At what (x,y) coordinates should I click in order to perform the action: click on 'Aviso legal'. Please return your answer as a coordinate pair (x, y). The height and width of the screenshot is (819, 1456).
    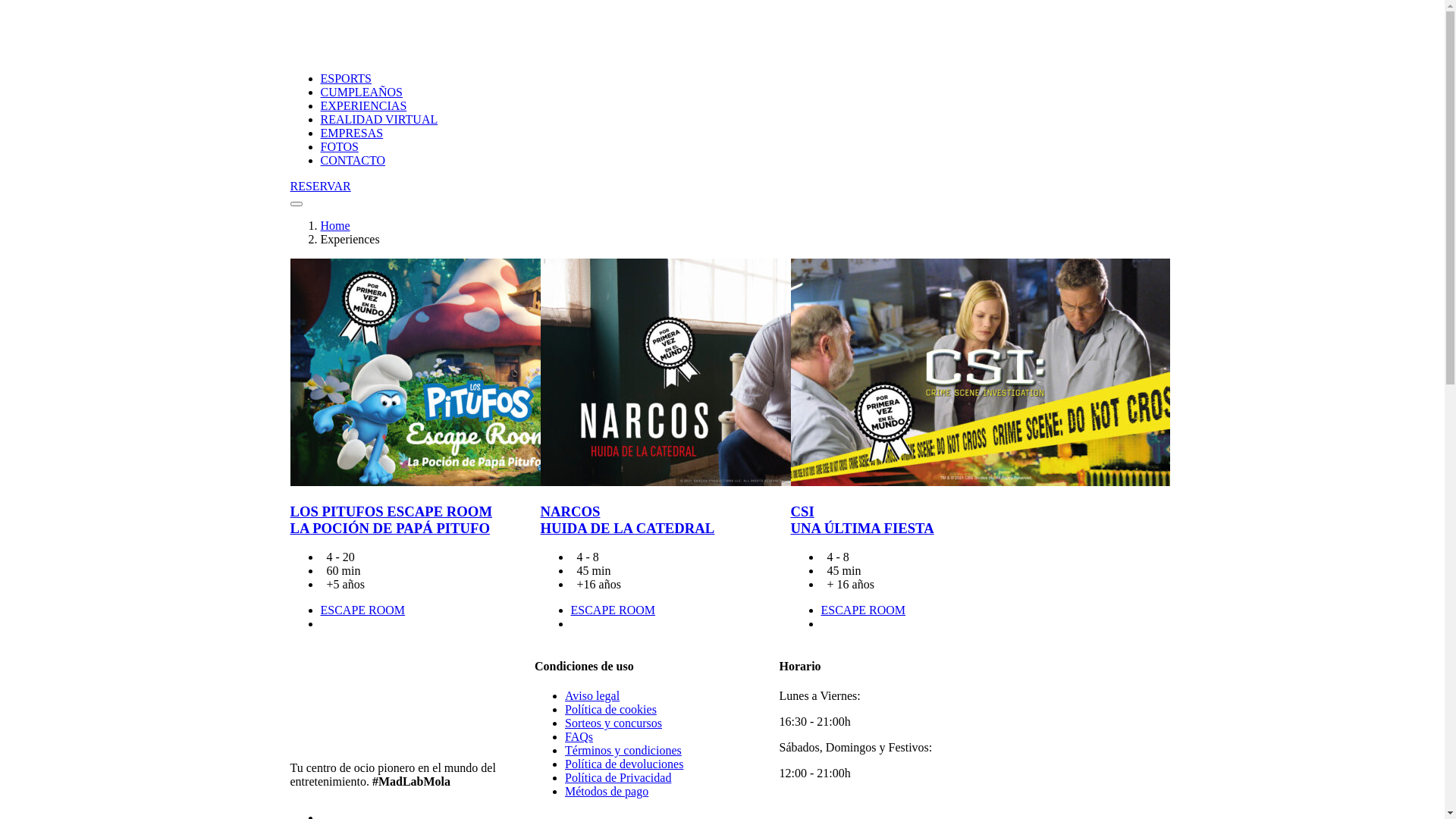
    Looking at the image, I should click on (591, 695).